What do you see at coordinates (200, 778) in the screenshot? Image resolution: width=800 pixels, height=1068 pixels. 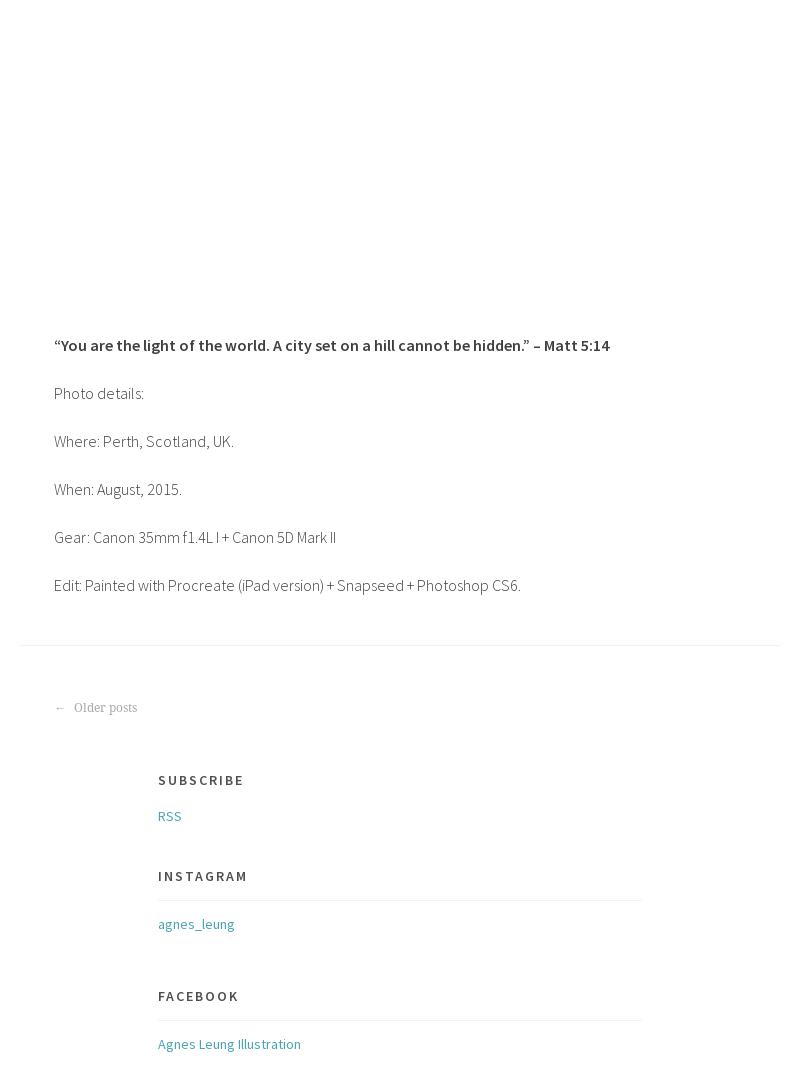 I see `'Subscribe'` at bounding box center [200, 778].